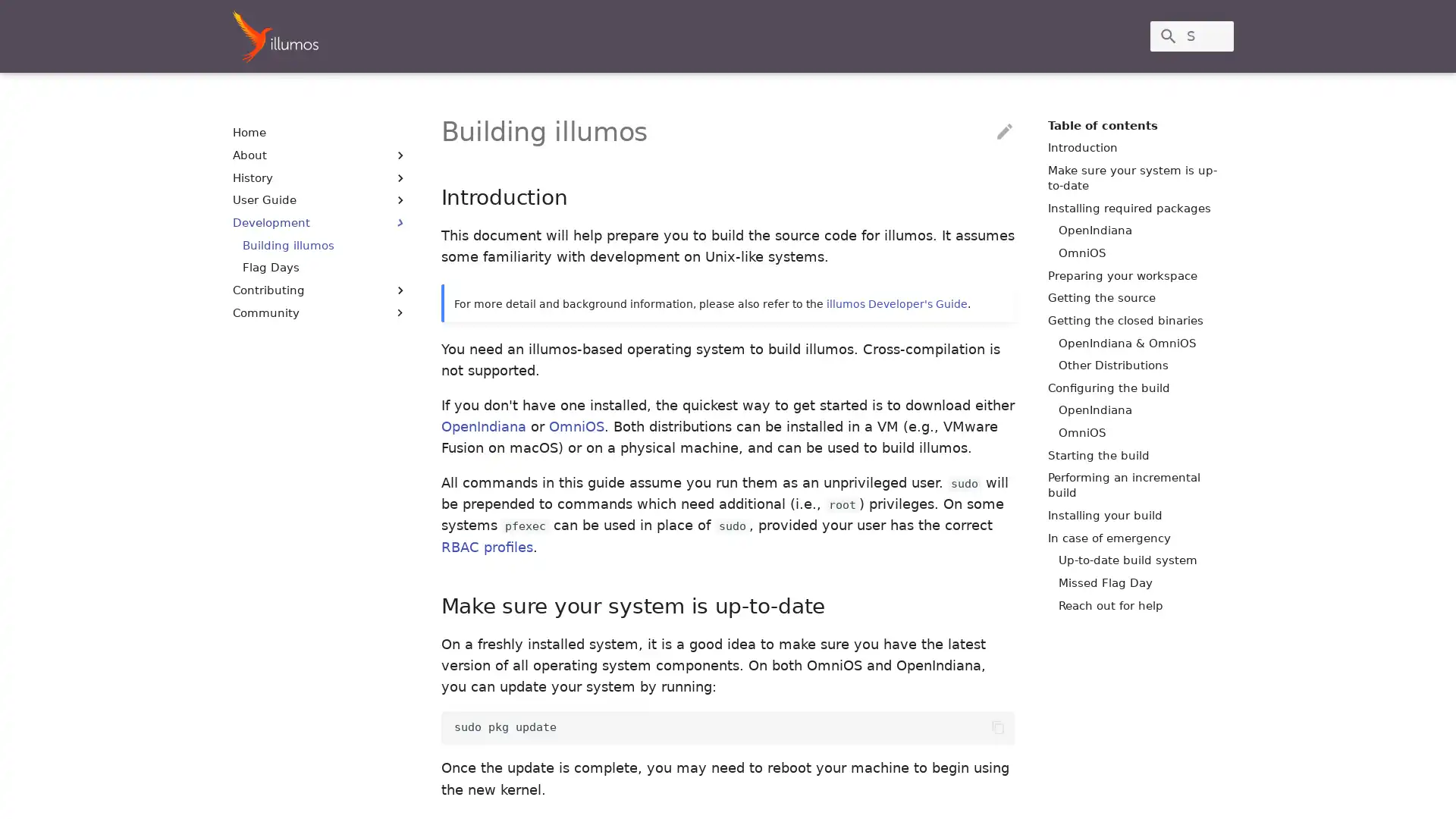 This screenshot has width=1456, height=819. What do you see at coordinates (997, 726) in the screenshot?
I see `Copy to clipboard` at bounding box center [997, 726].